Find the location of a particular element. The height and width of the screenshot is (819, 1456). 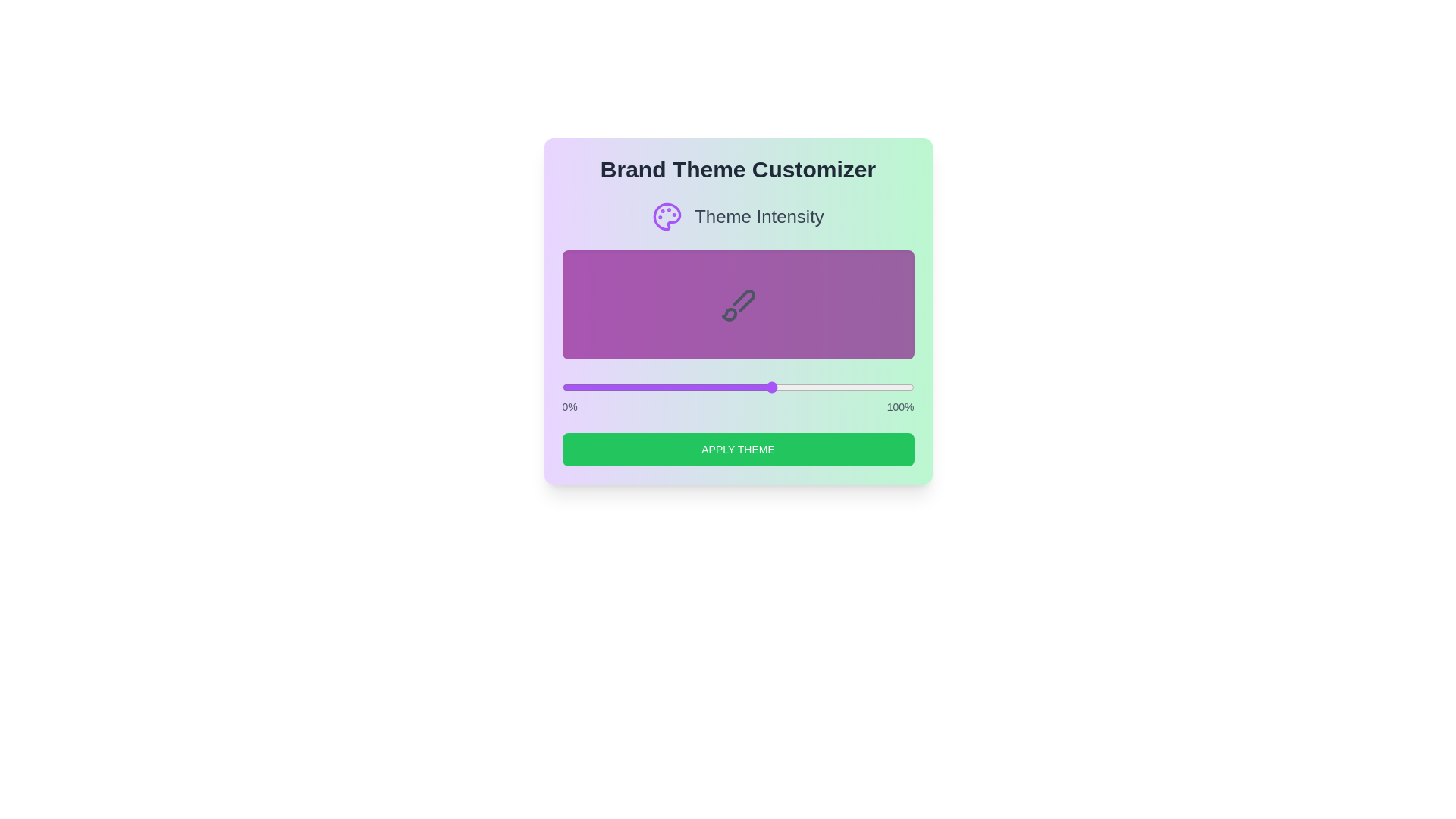

the slider to set the theme intensity to 26% is located at coordinates (654, 386).